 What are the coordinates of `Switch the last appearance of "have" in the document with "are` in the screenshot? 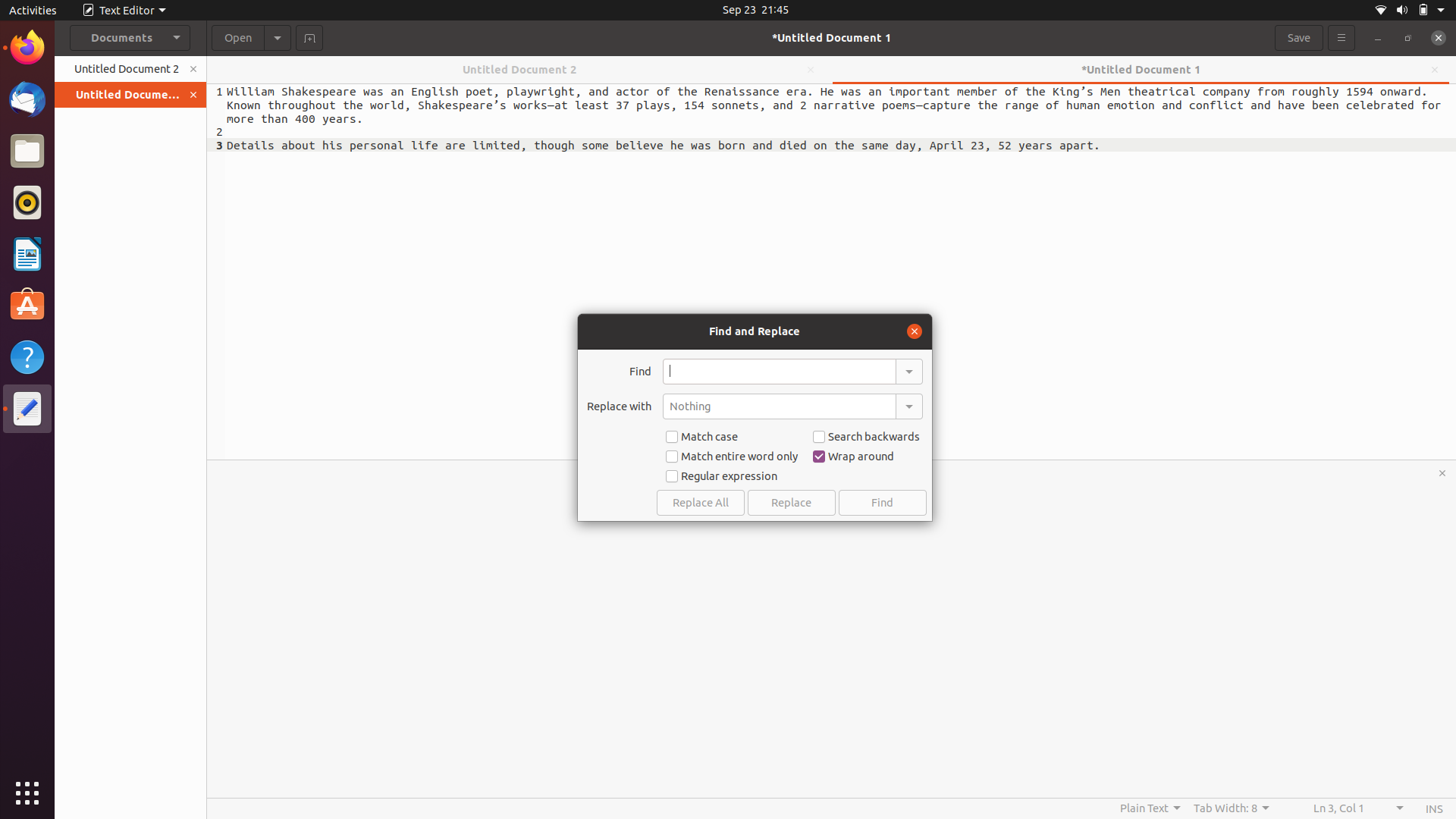 It's located at (779, 371).